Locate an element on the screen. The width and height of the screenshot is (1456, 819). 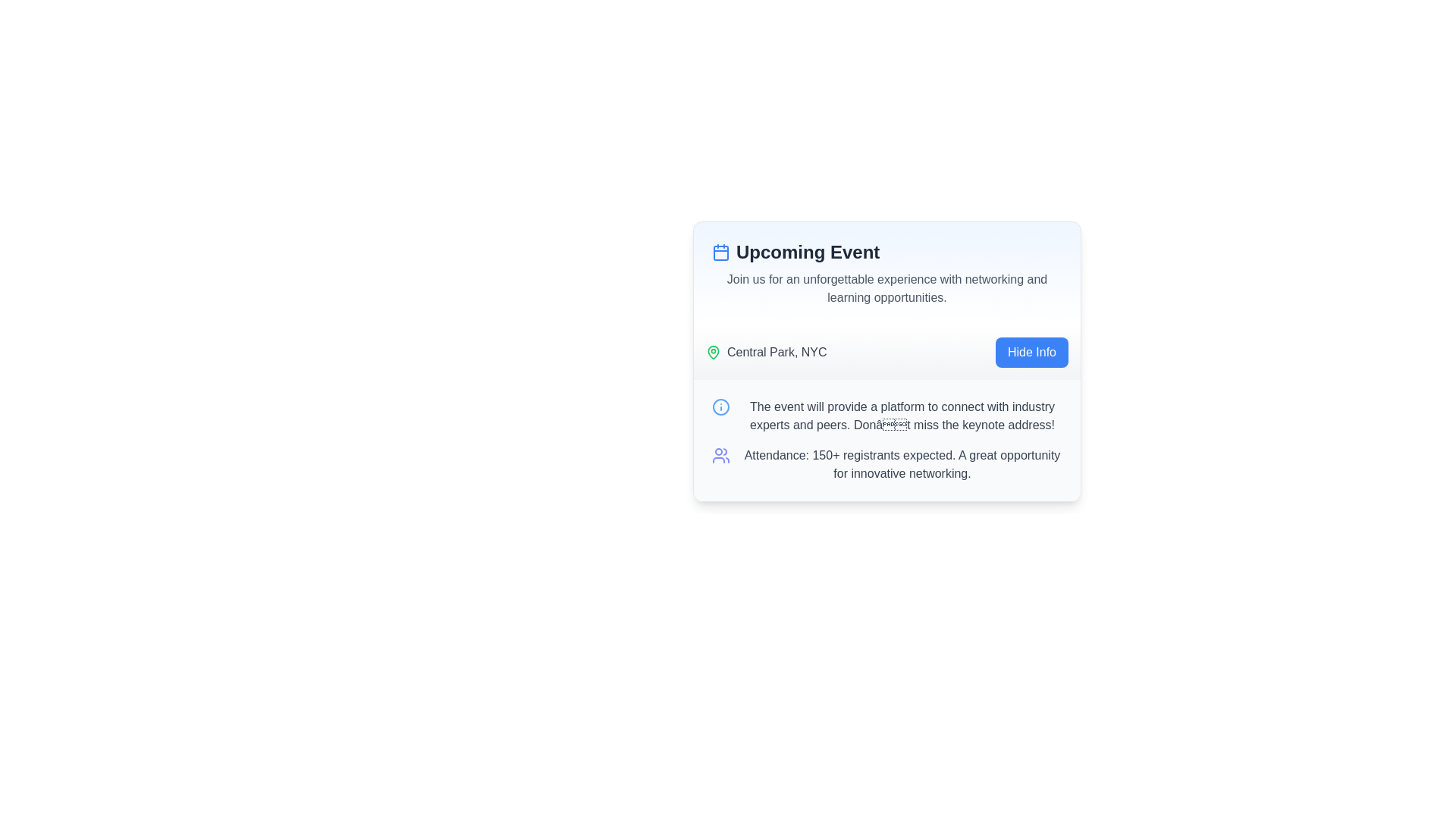
the graphical circular component that serves as the outer boundary of the information icon, which is centrally located within the icon and aligned to the left of the 'Upcoming Event' header is located at coordinates (720, 406).